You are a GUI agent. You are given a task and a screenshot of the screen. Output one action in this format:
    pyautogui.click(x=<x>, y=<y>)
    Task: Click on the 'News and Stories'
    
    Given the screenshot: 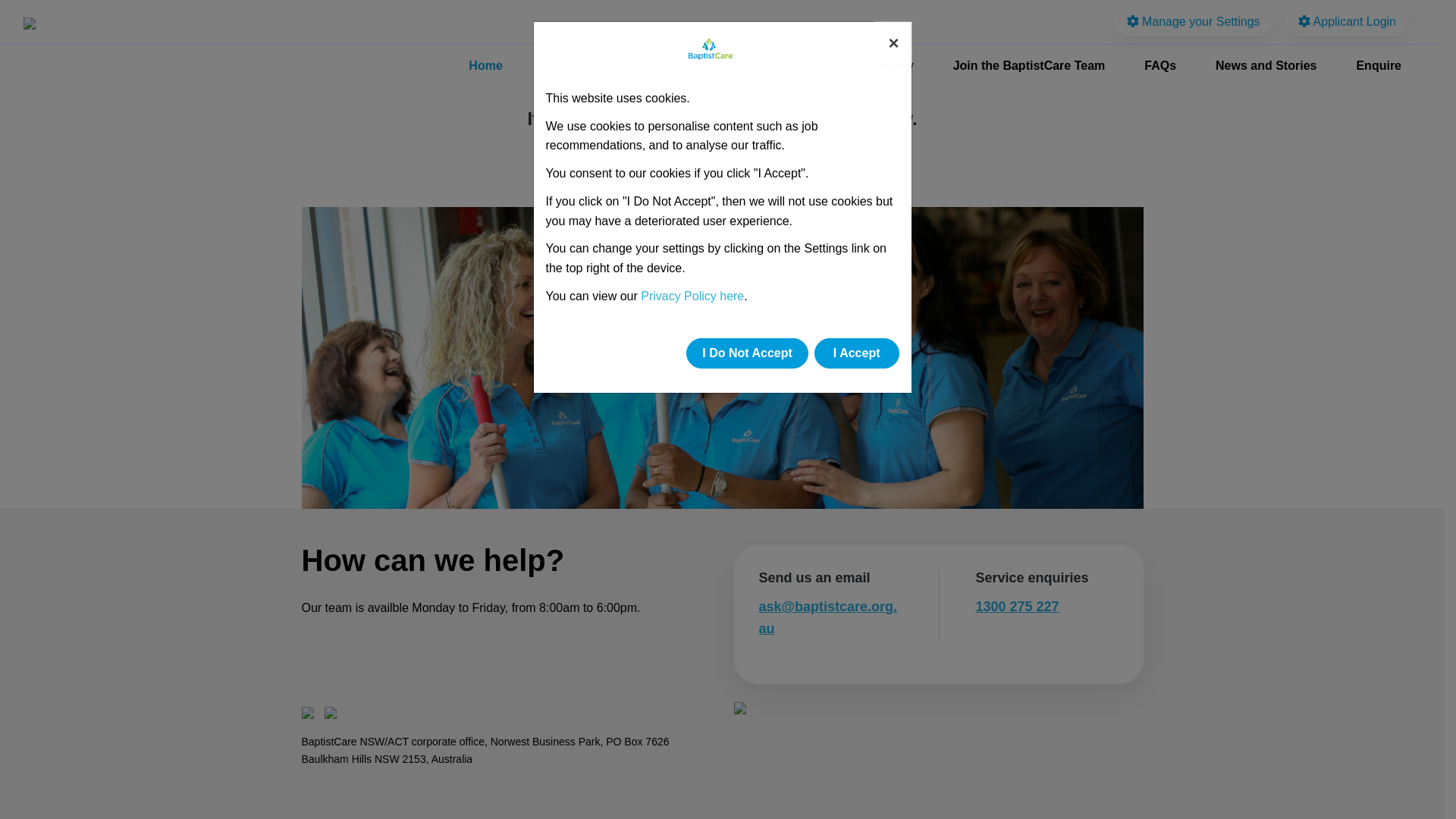 What is the action you would take?
    pyautogui.click(x=1266, y=65)
    